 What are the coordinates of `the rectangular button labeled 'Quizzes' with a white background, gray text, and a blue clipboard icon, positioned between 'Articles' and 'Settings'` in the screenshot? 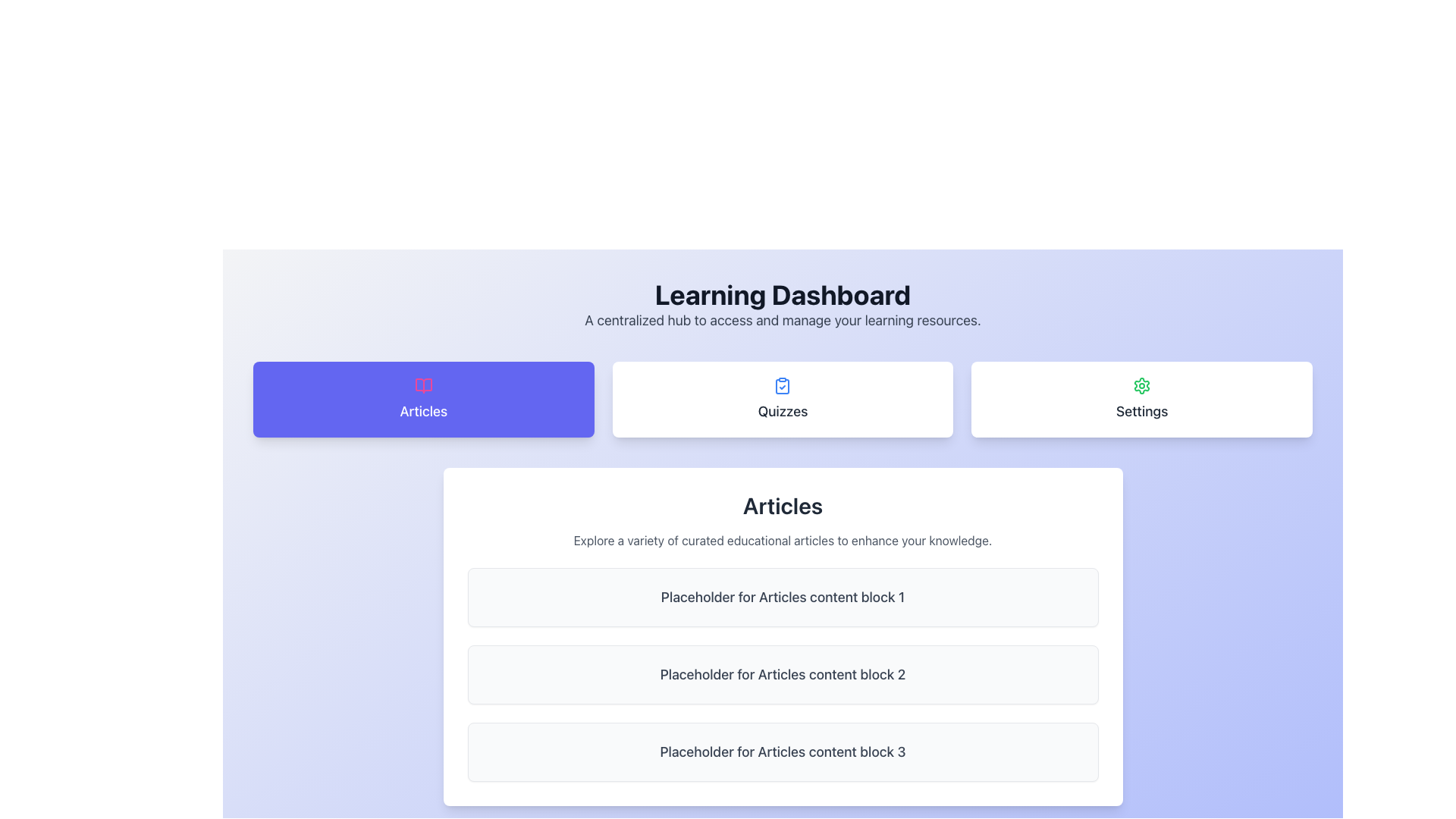 It's located at (783, 399).